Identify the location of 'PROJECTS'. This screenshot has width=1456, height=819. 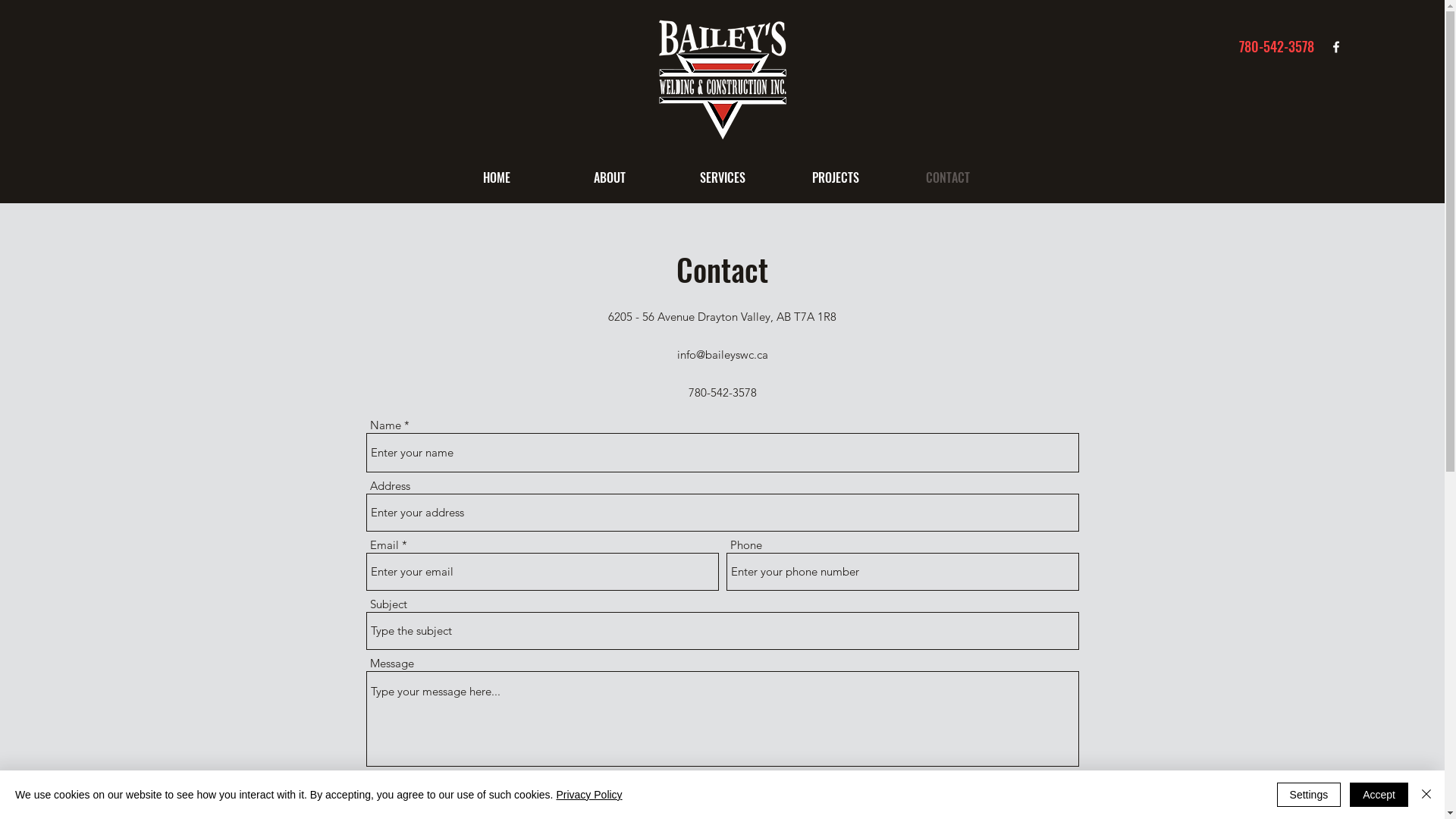
(779, 177).